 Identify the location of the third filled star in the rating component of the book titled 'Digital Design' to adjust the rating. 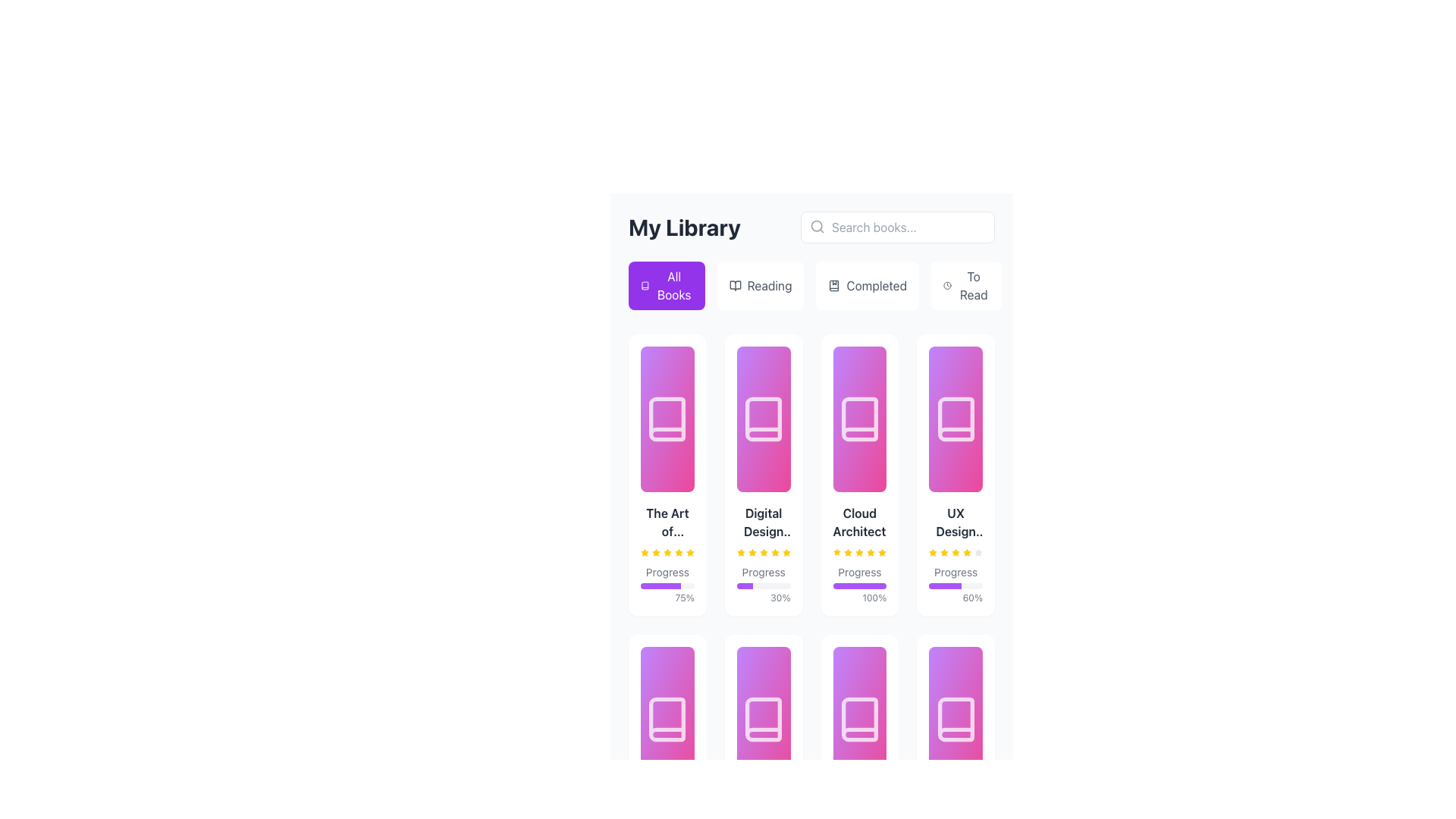
(752, 552).